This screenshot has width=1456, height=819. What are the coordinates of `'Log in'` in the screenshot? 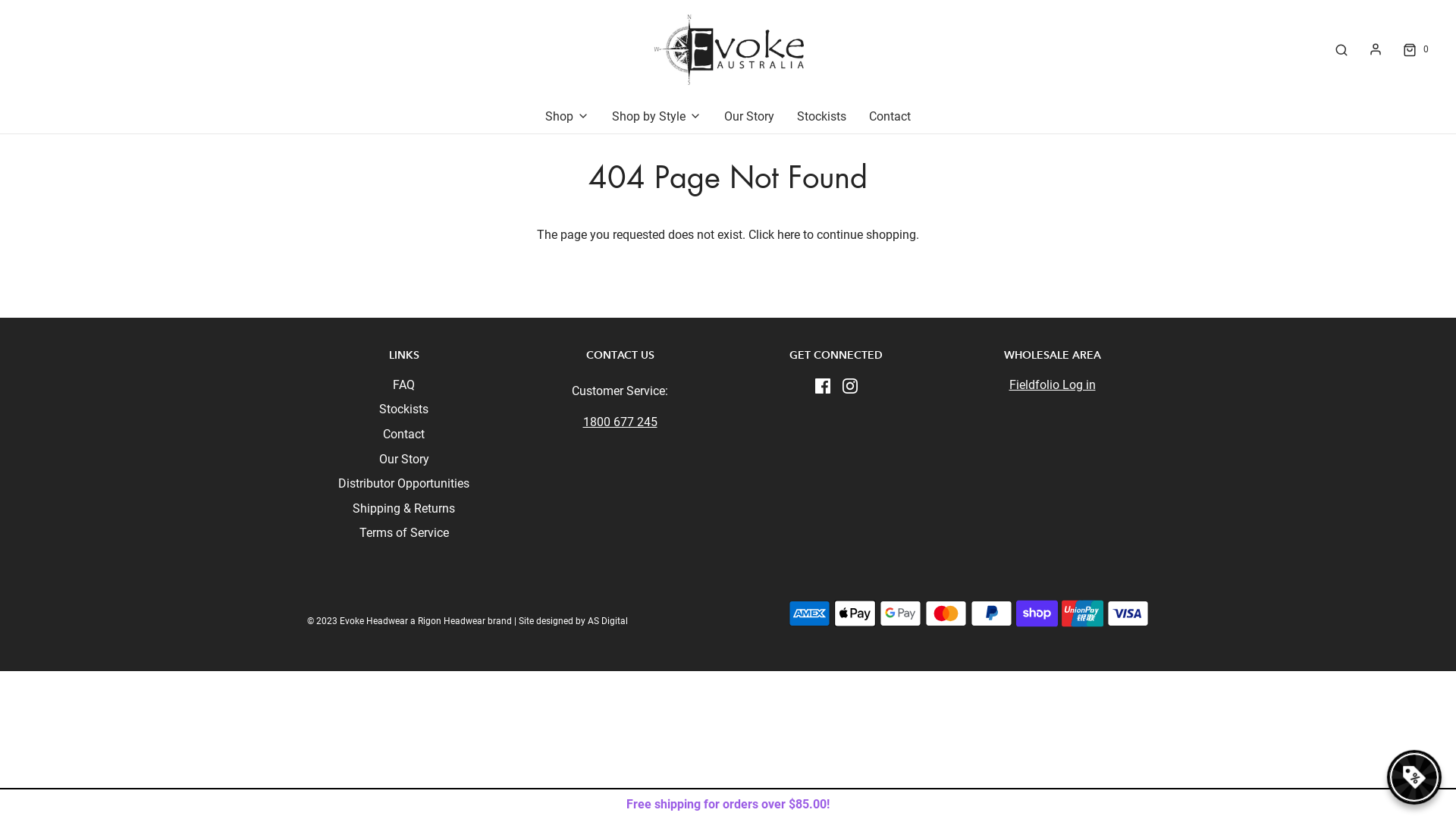 It's located at (1376, 49).